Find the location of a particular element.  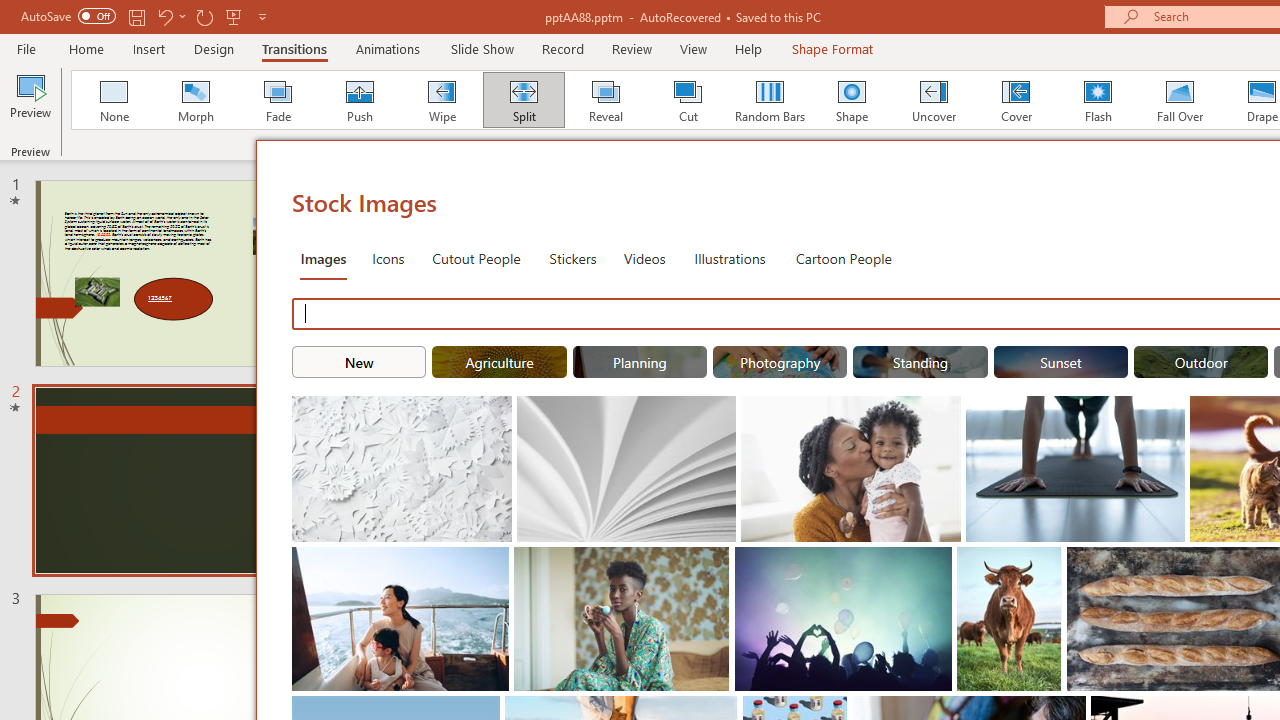

'Split' is located at coordinates (523, 100).